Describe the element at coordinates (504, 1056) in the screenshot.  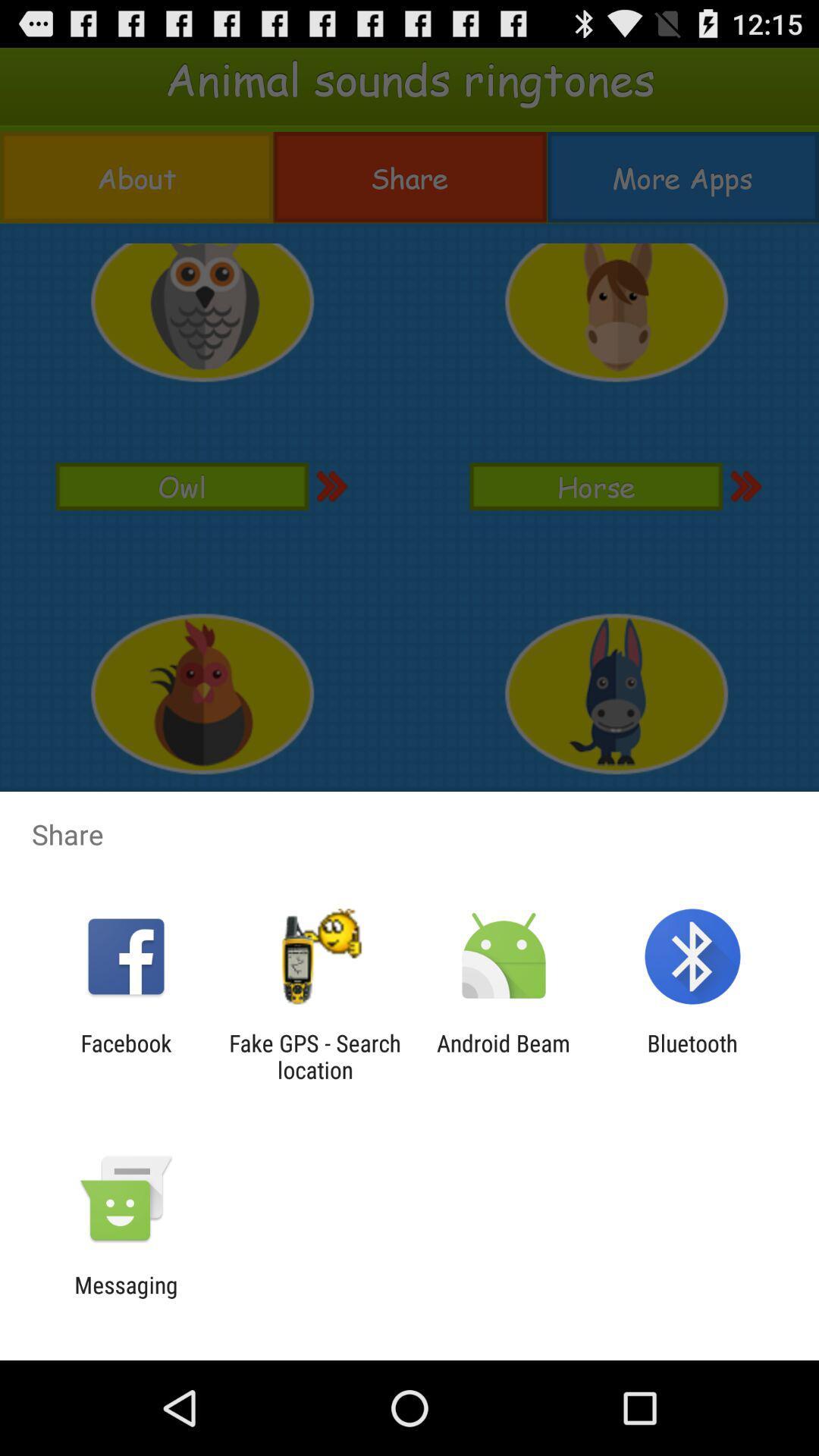
I see `the android beam app` at that location.